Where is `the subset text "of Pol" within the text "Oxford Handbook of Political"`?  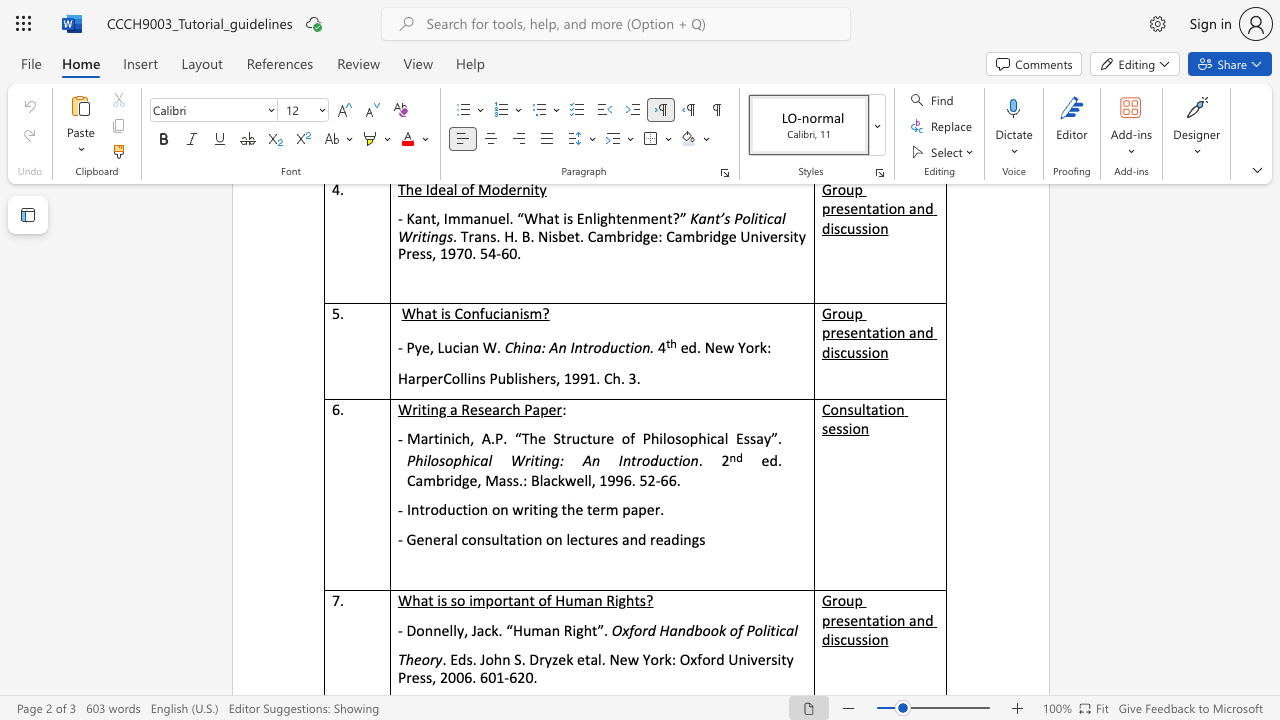 the subset text "of Pol" within the text "Oxford Handbook of Political" is located at coordinates (728, 630).